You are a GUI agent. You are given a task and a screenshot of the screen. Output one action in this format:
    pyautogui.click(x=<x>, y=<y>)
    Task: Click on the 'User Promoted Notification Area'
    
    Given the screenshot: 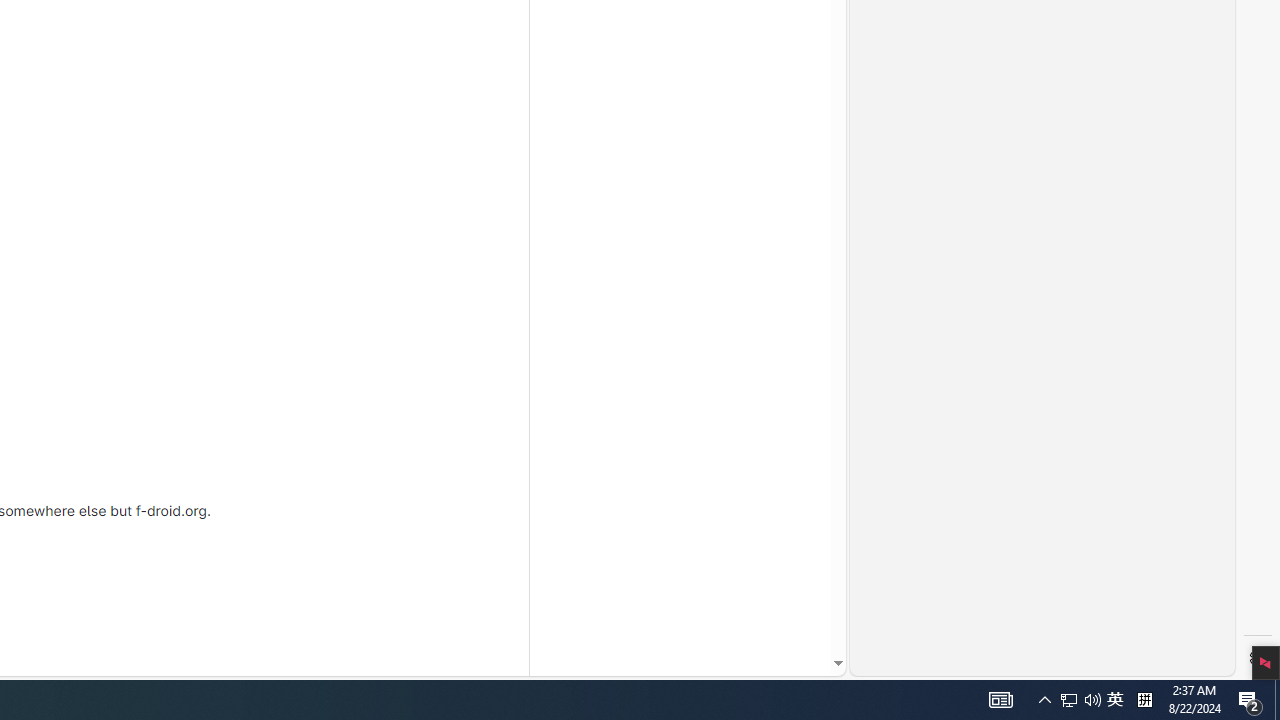 What is the action you would take?
    pyautogui.click(x=1000, y=698)
    